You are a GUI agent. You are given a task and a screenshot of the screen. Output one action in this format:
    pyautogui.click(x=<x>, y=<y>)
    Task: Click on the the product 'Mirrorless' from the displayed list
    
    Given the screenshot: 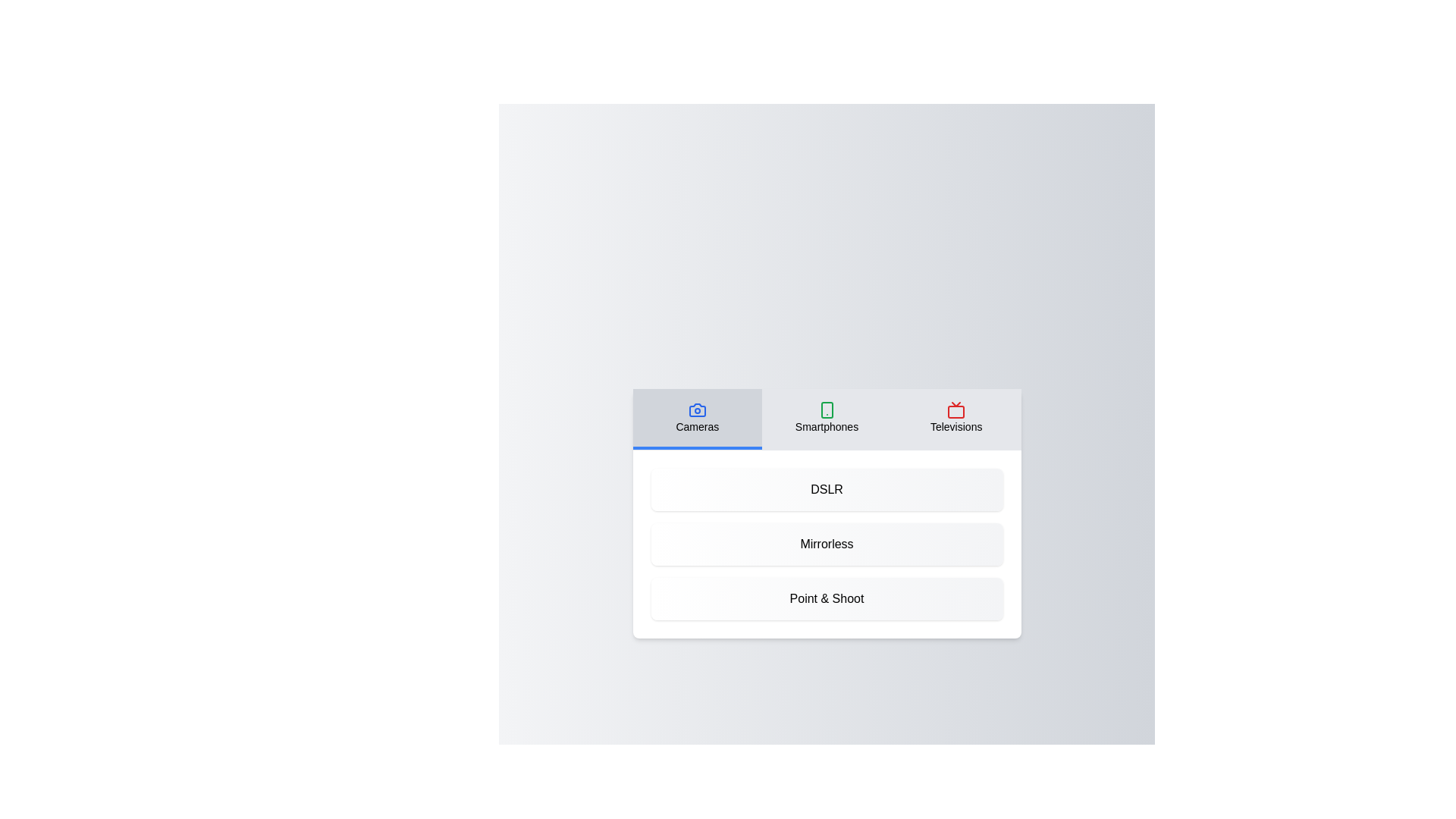 What is the action you would take?
    pyautogui.click(x=826, y=543)
    